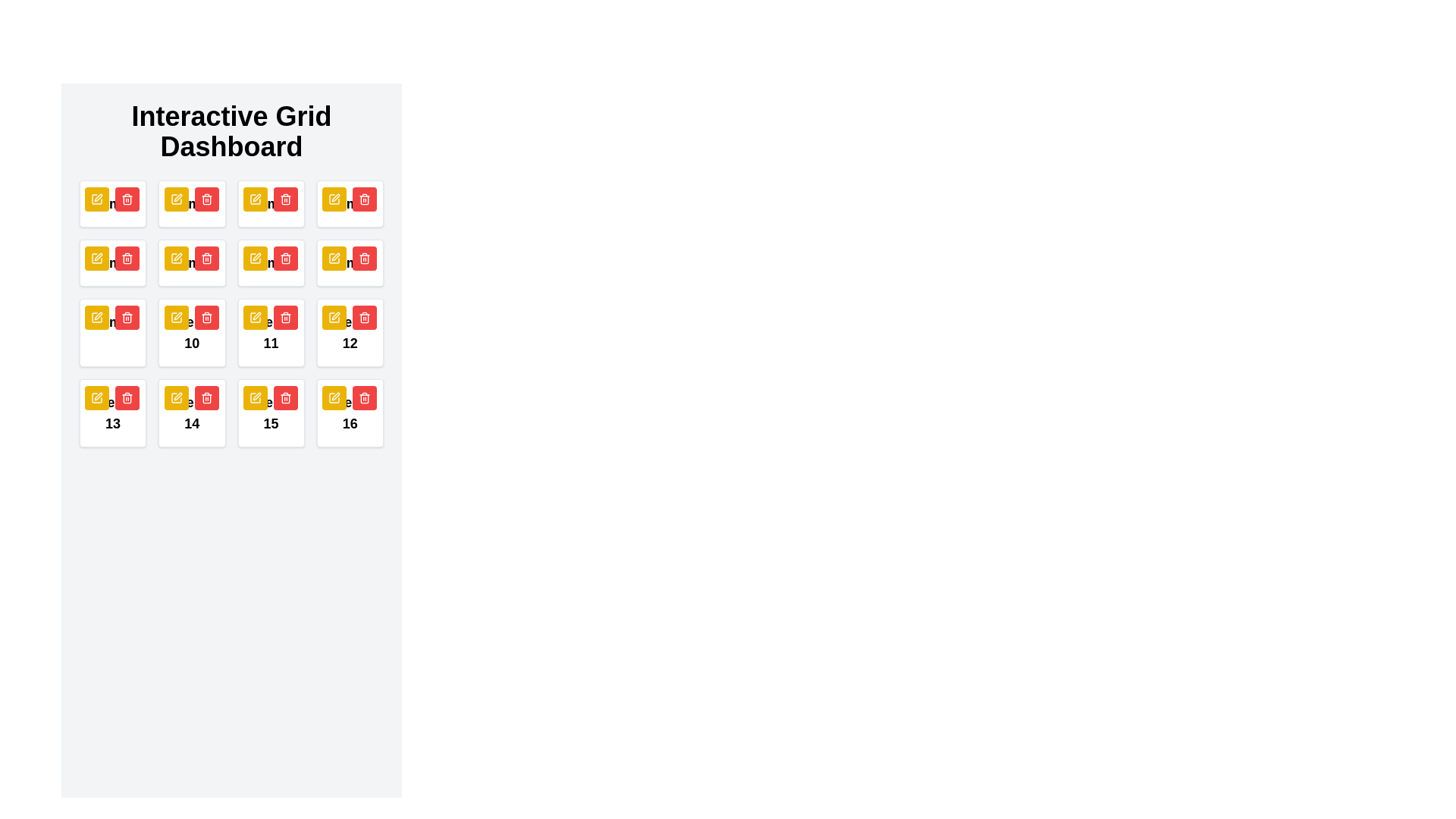 This screenshot has height=819, width=1456. What do you see at coordinates (191, 262) in the screenshot?
I see `the yellow button with a pencil icon located at the top-right corner of the Interactive card component labeled 'Item 6' in the Interactive Grid Dashboard` at bounding box center [191, 262].